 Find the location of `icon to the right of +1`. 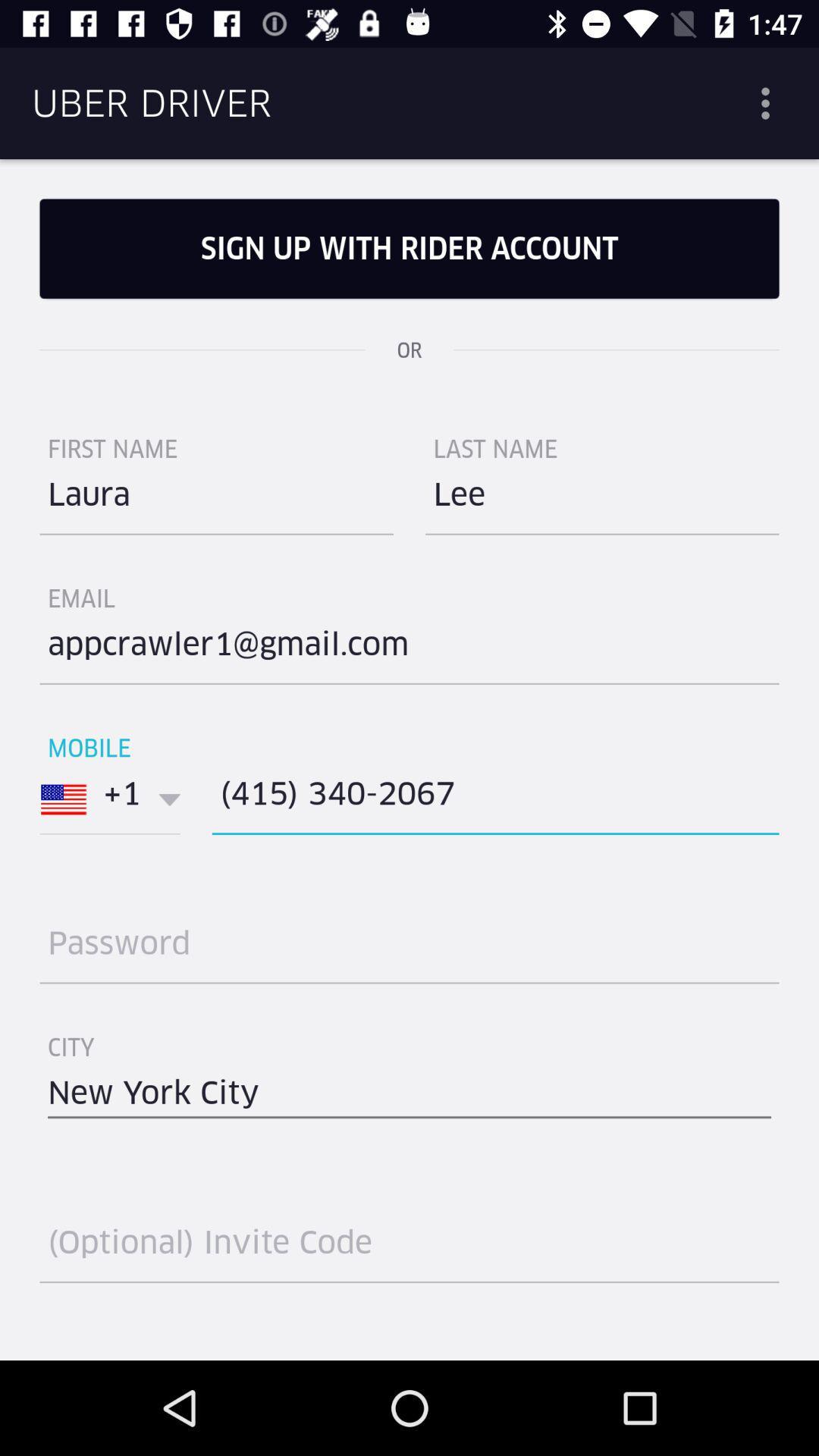

icon to the right of +1 is located at coordinates (495, 799).